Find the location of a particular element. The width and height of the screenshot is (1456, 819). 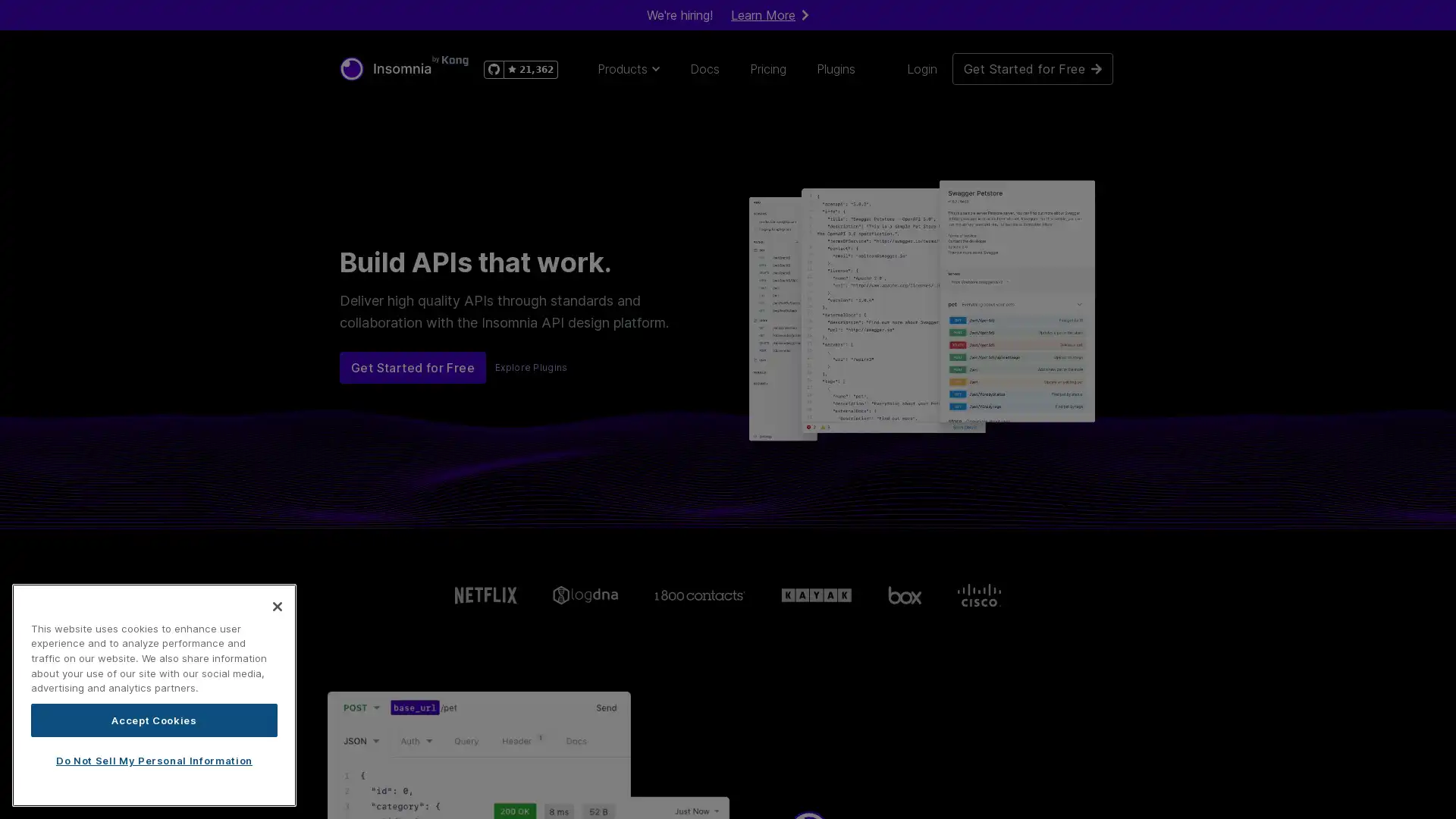

Close is located at coordinates (277, 604).